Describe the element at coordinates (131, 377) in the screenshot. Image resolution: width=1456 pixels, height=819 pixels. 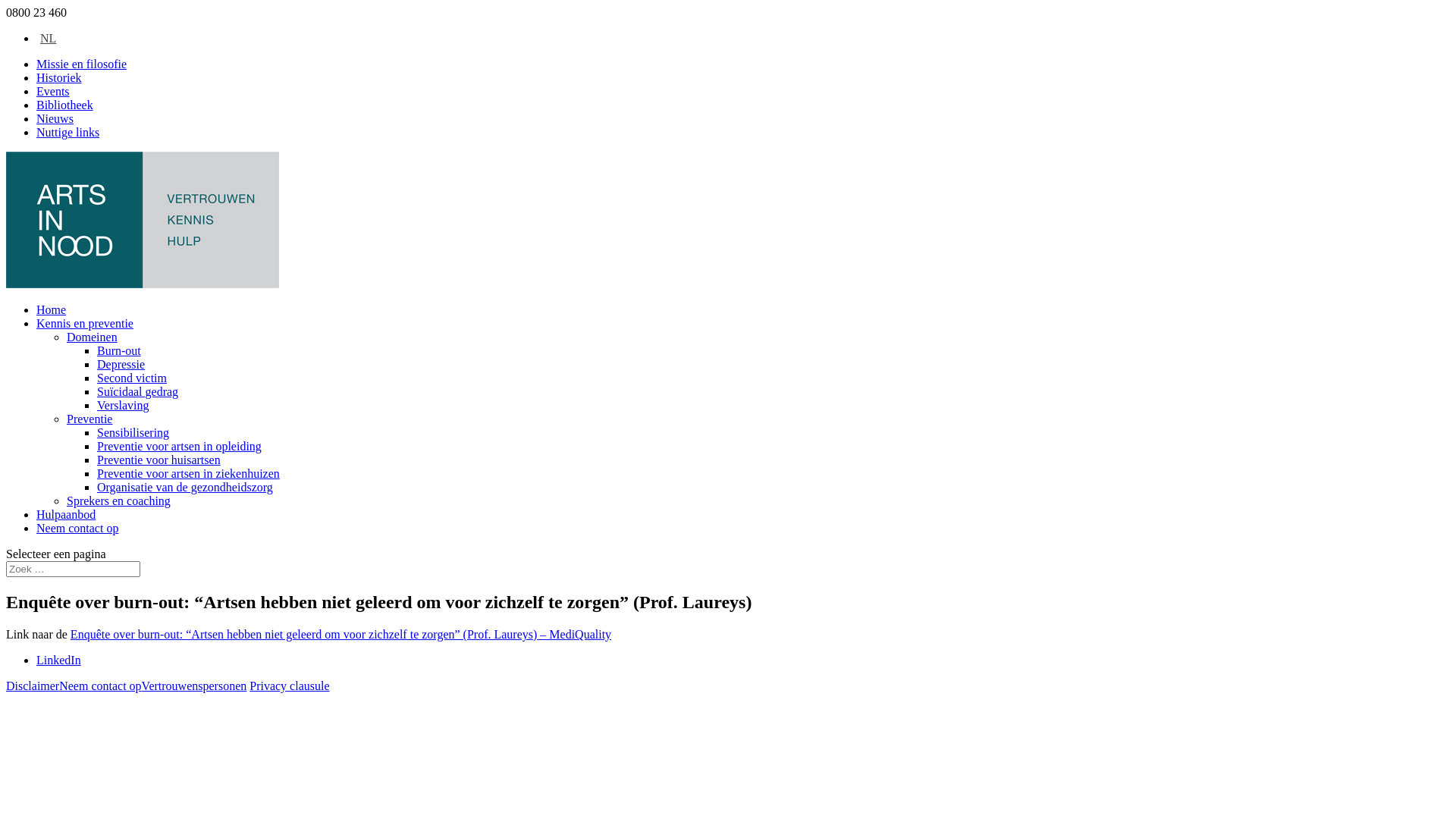
I see `'Second victim'` at that location.